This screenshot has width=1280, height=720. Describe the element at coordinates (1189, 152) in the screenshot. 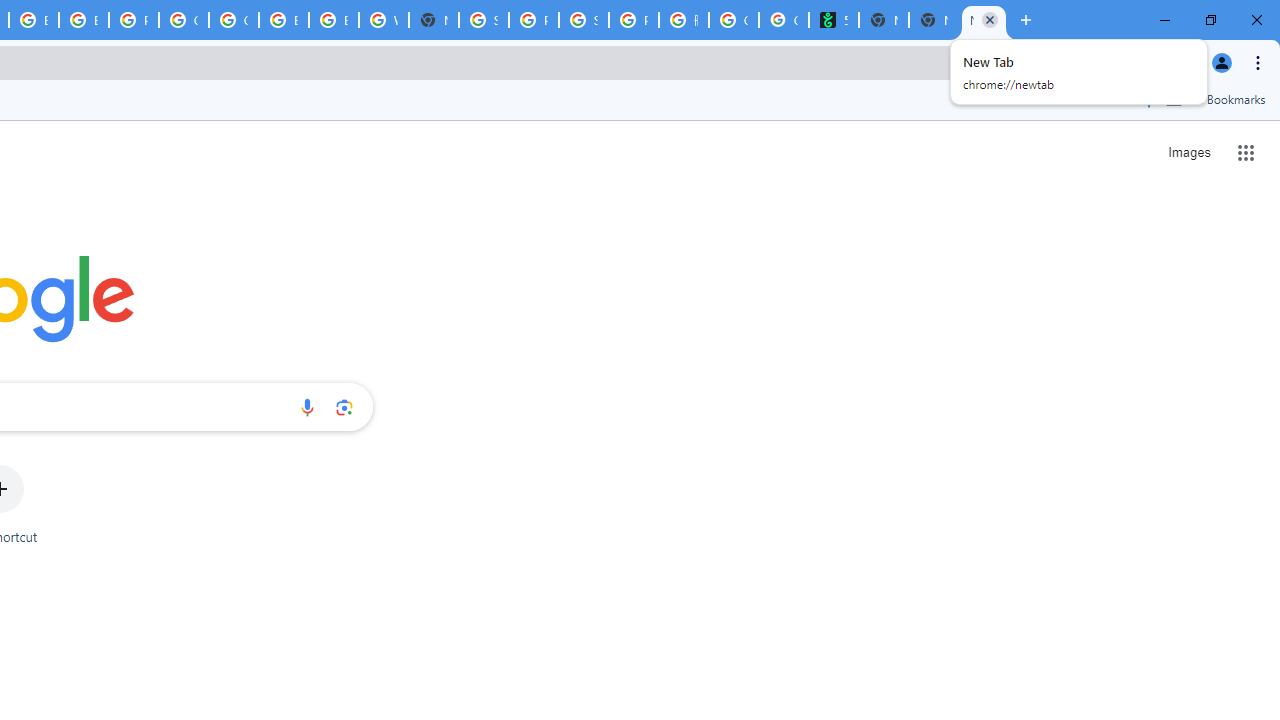

I see `'Search for Images '` at that location.